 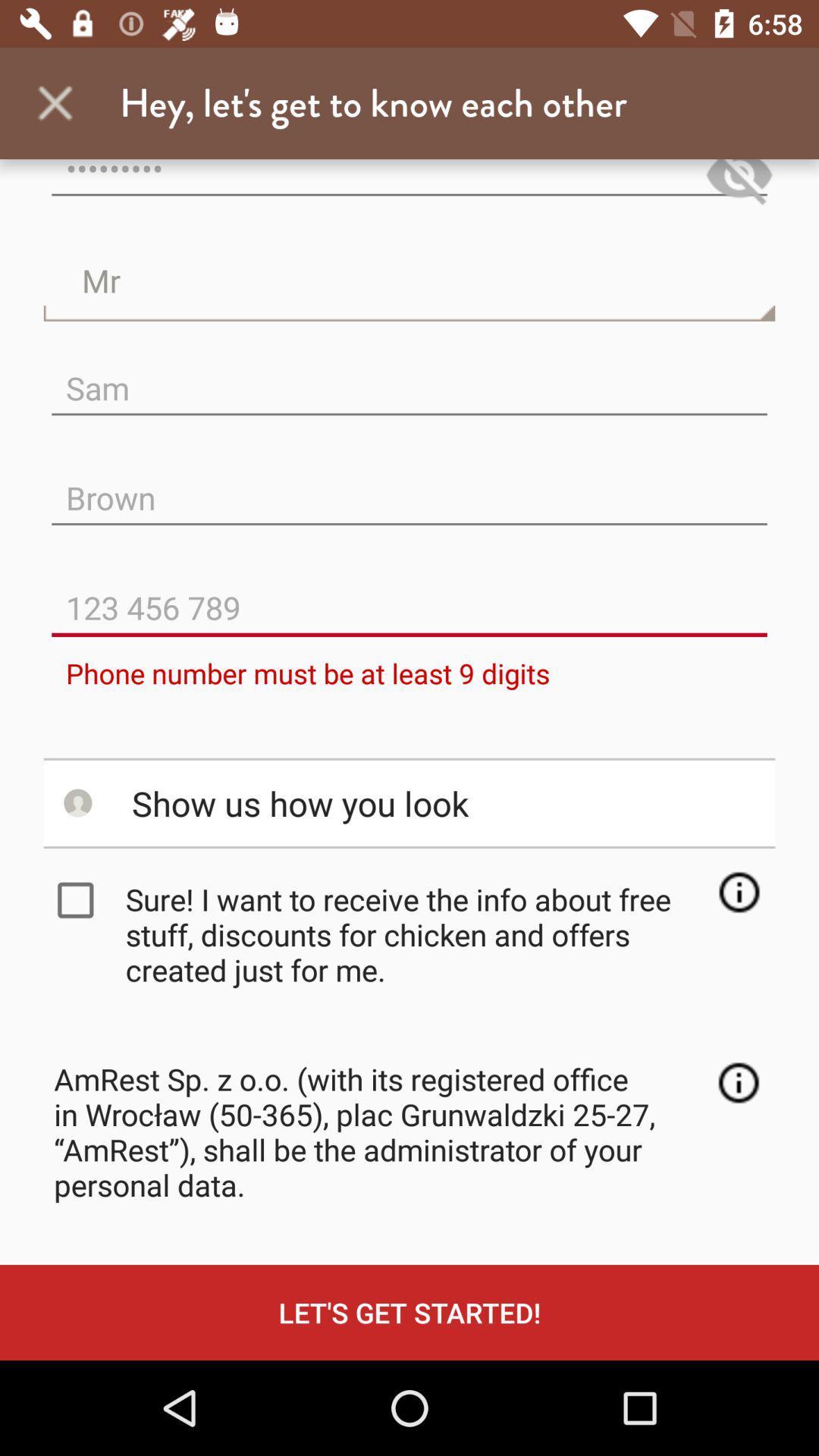 I want to click on the app next to hey let s item, so click(x=55, y=102).